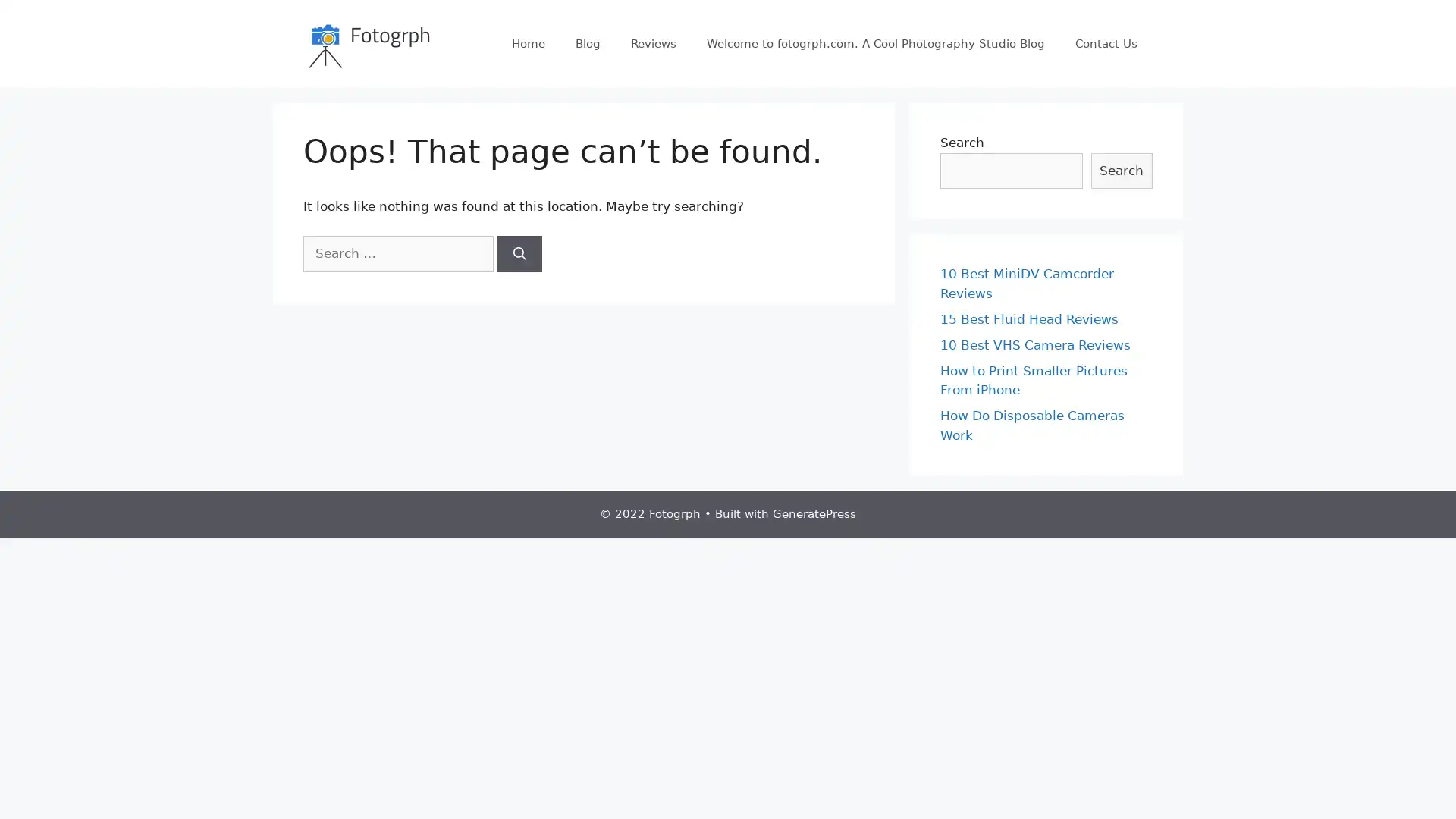 This screenshot has width=1456, height=819. Describe the element at coordinates (519, 253) in the screenshot. I see `Search` at that location.